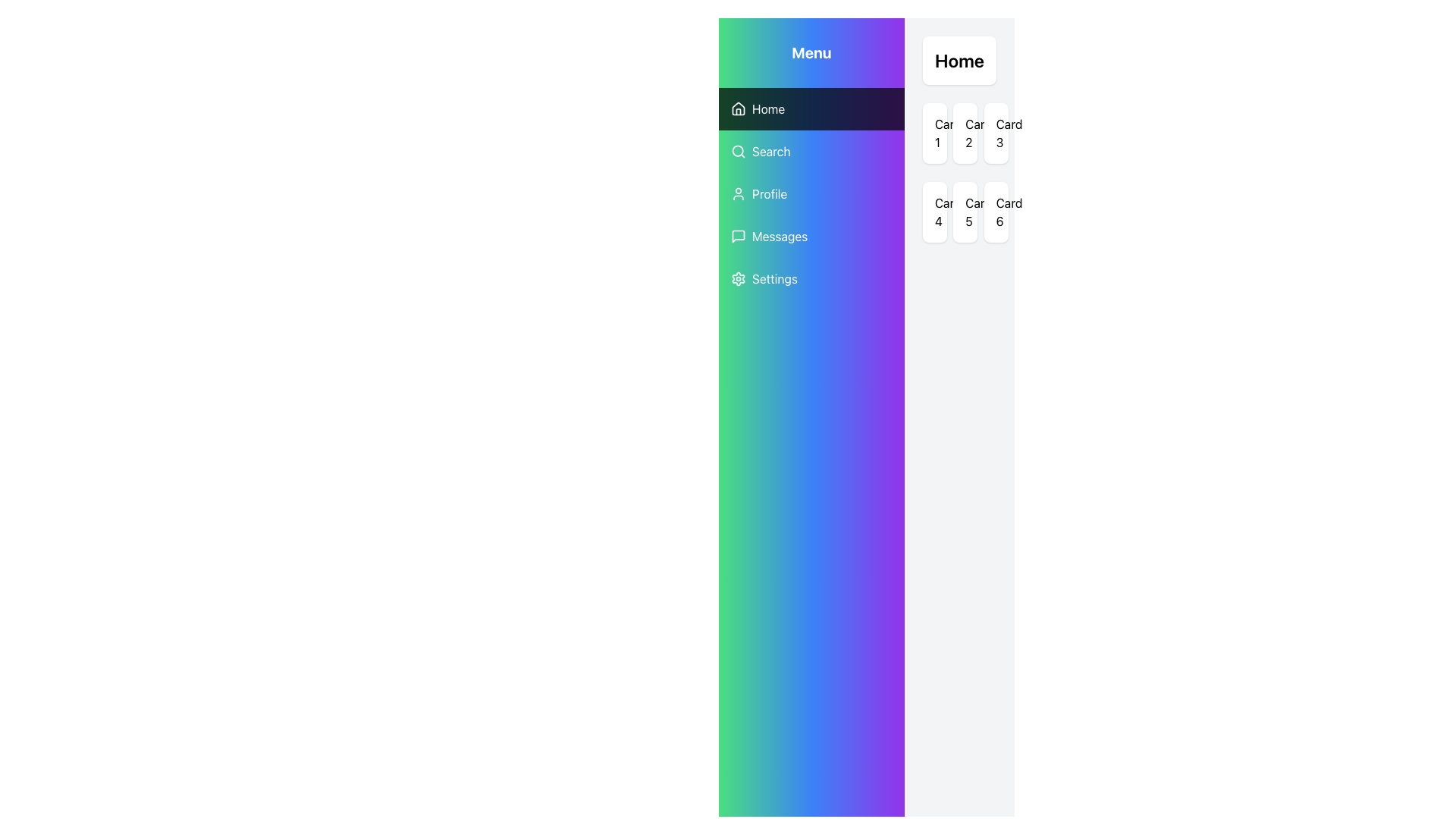  I want to click on the 'Settings' icon located in the bottom section of the vertical gradient menu bar, positioned to the left of the 'Settings' label, which is the fifth item in the menu list, so click(739, 278).